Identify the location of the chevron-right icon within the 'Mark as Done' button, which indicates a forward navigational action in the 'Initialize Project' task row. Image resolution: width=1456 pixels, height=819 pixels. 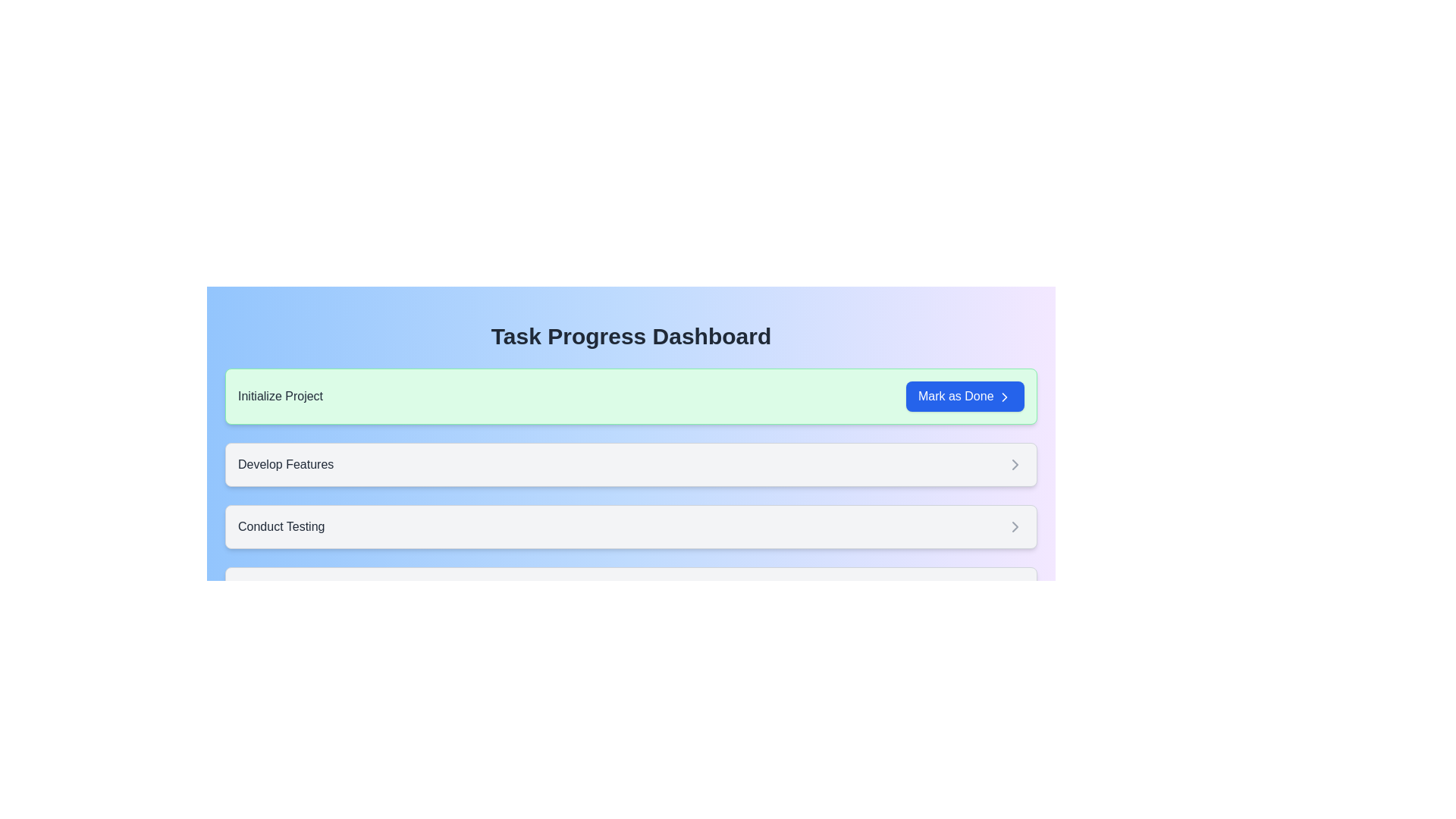
(1004, 396).